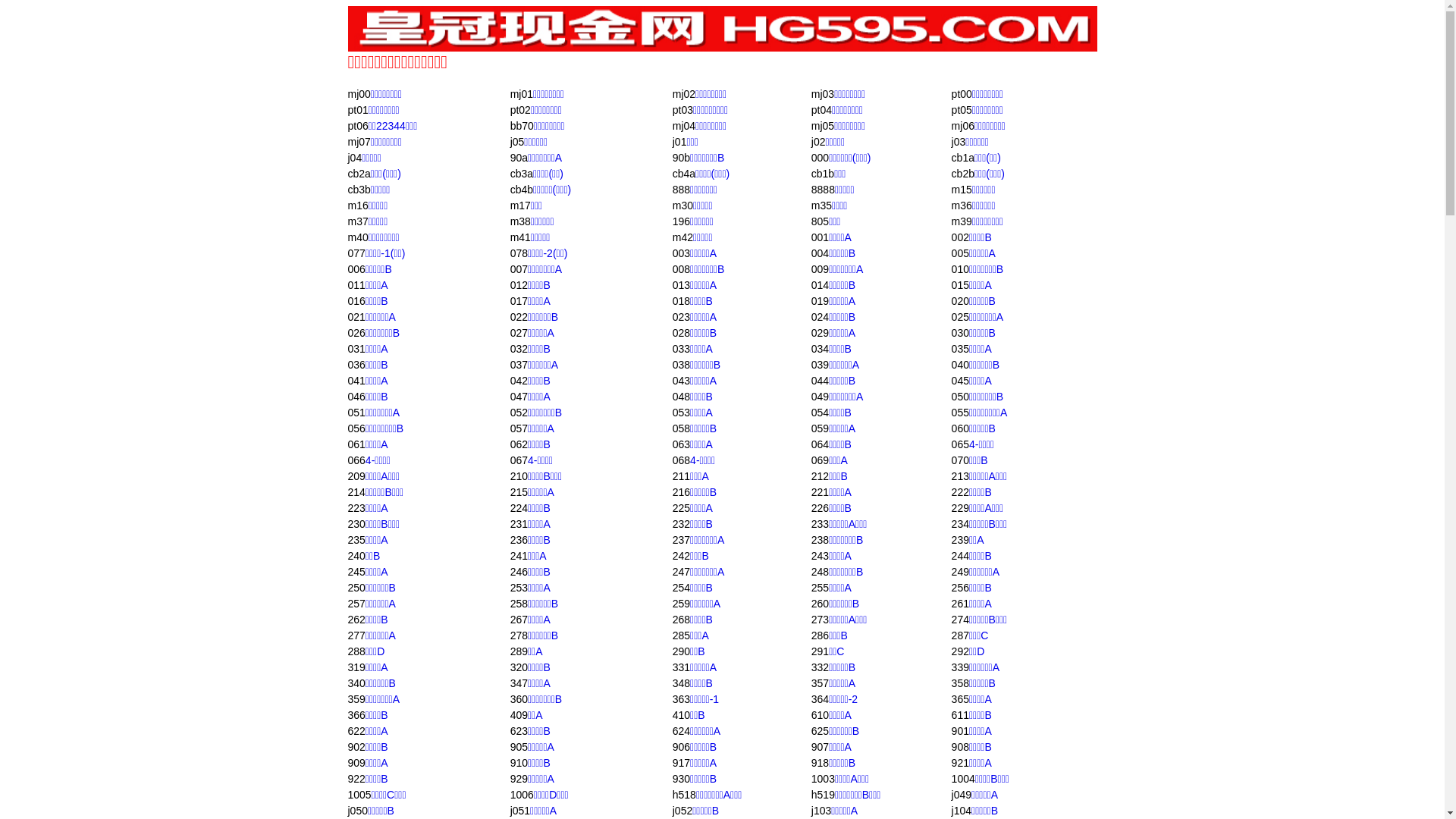 Image resolution: width=1456 pixels, height=819 pixels. What do you see at coordinates (961, 109) in the screenshot?
I see `'pt05'` at bounding box center [961, 109].